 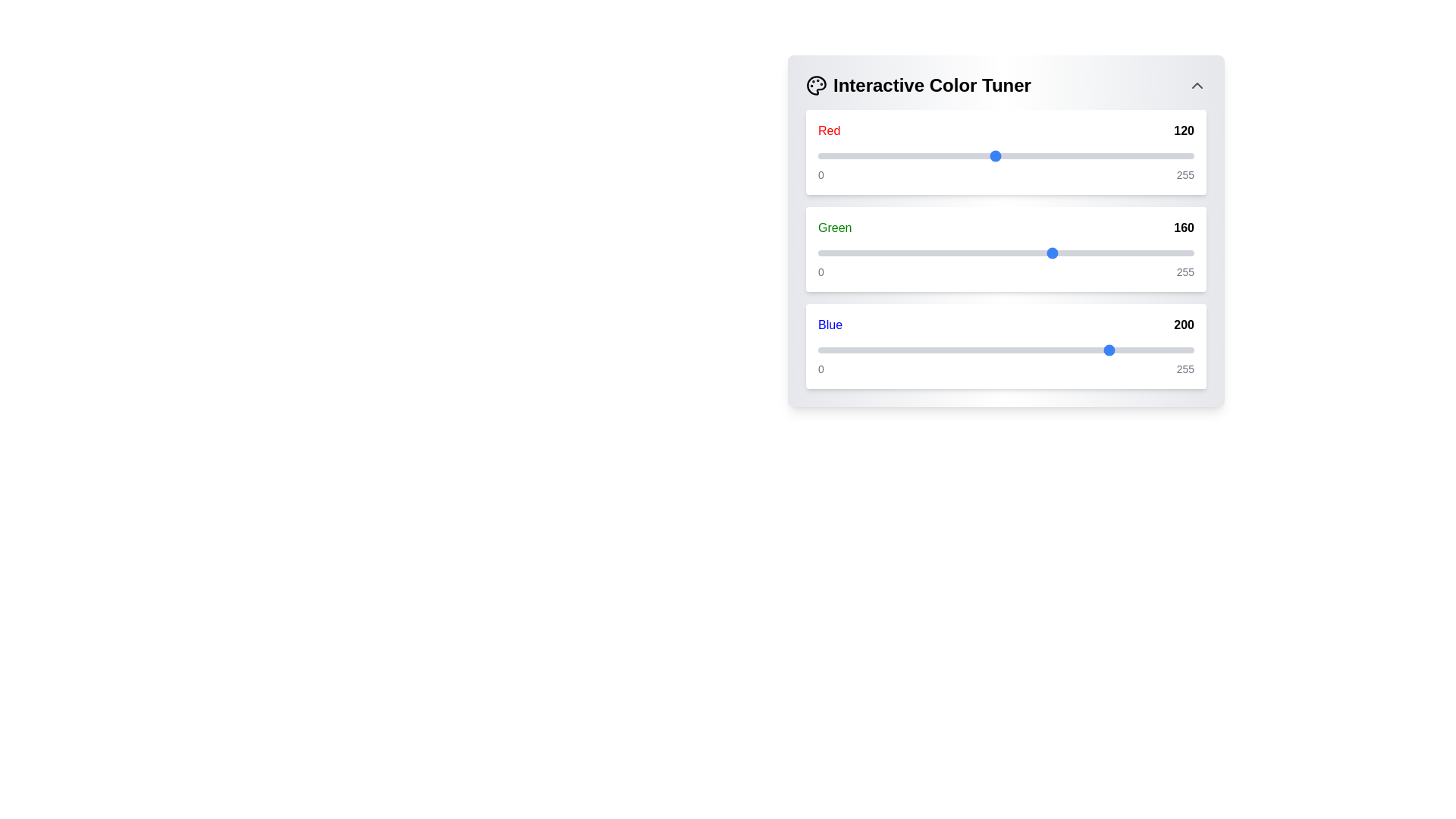 I want to click on and drag the handle of the Input Range Slider for adjusting the 'Blue' color component value from 200 to a new value, so click(x=1006, y=350).